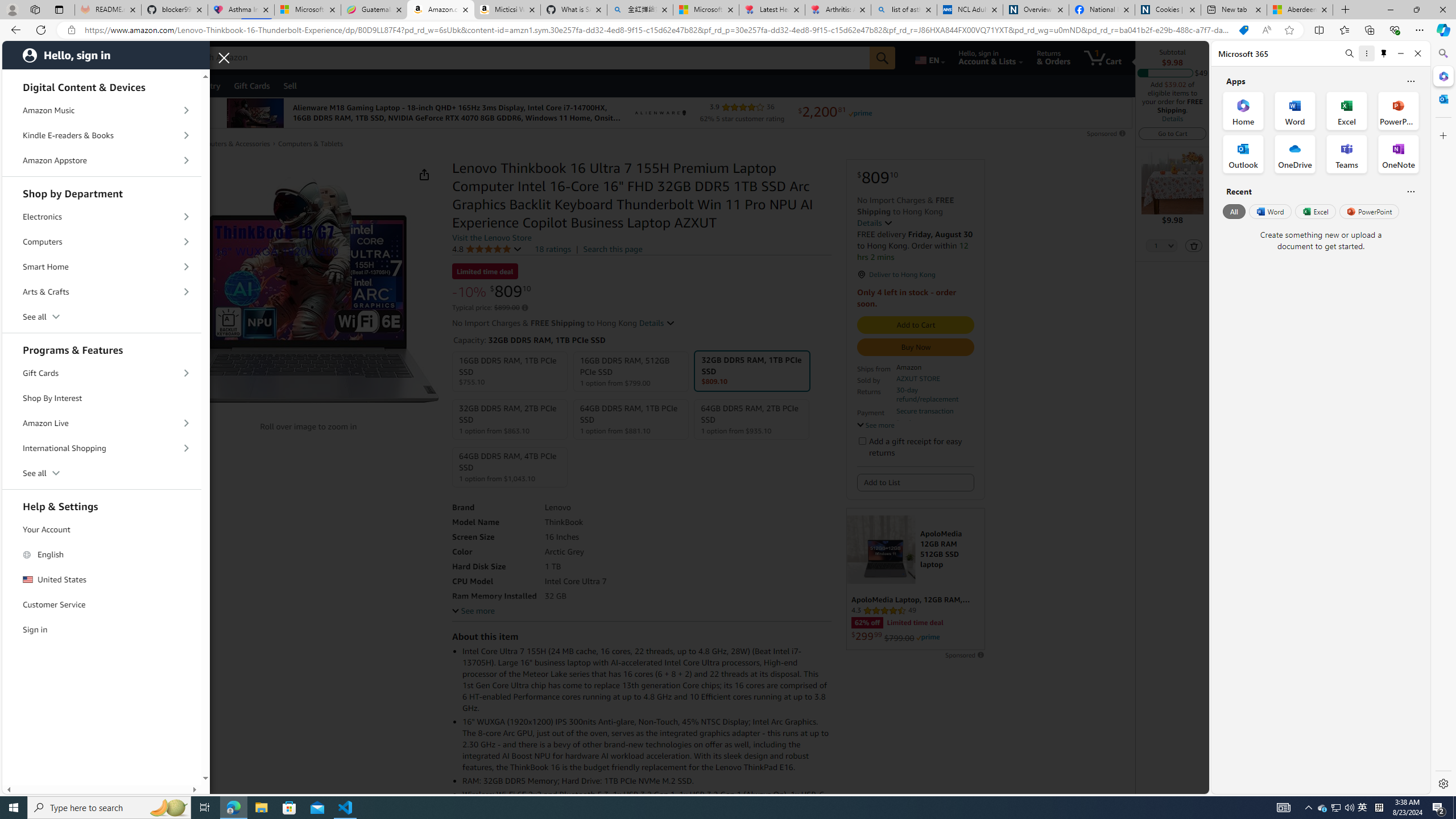  Describe the element at coordinates (102, 605) in the screenshot. I see `'Customer Service'` at that location.